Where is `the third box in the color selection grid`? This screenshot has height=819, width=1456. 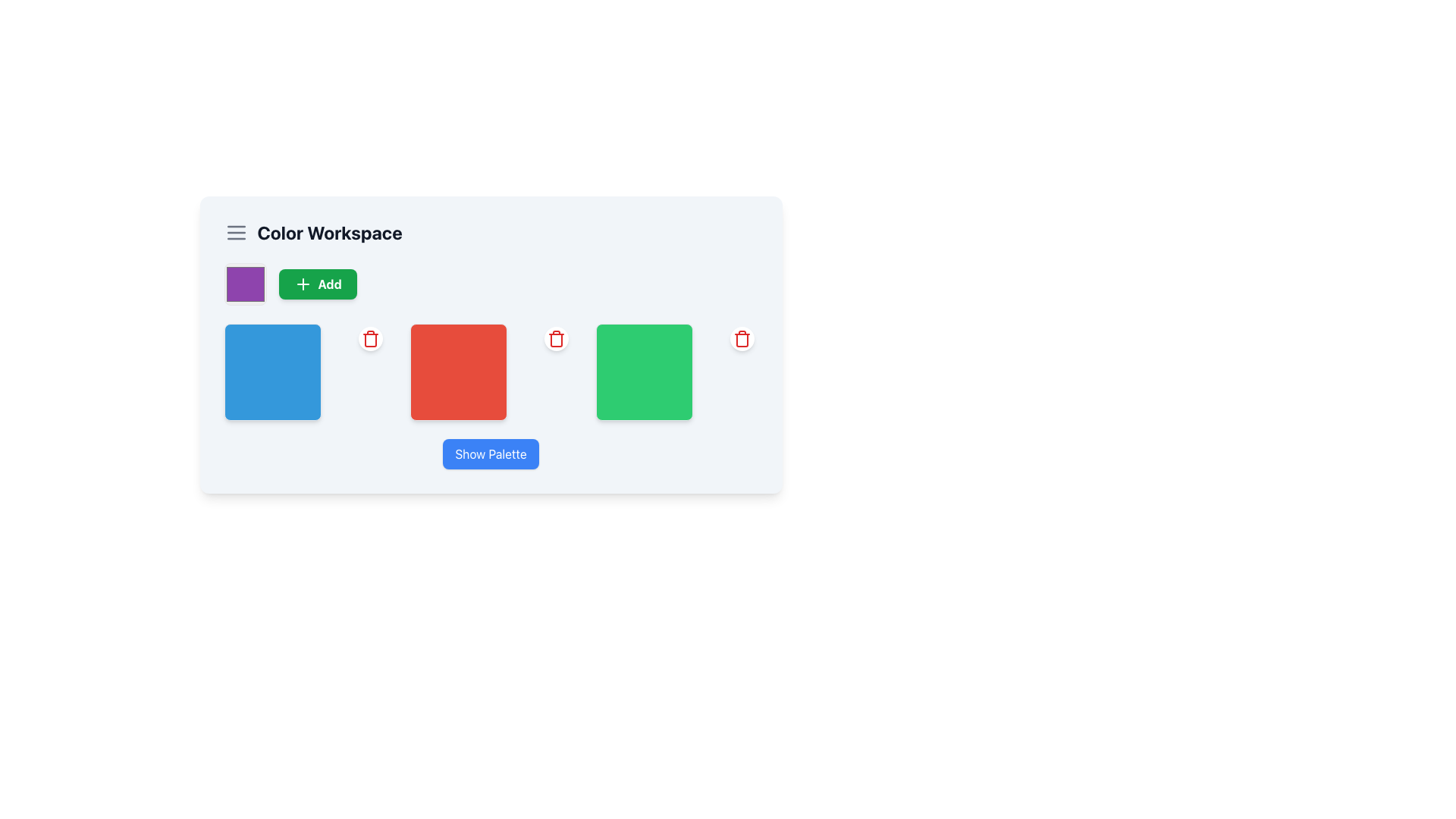
the third box in the color selection grid is located at coordinates (676, 372).